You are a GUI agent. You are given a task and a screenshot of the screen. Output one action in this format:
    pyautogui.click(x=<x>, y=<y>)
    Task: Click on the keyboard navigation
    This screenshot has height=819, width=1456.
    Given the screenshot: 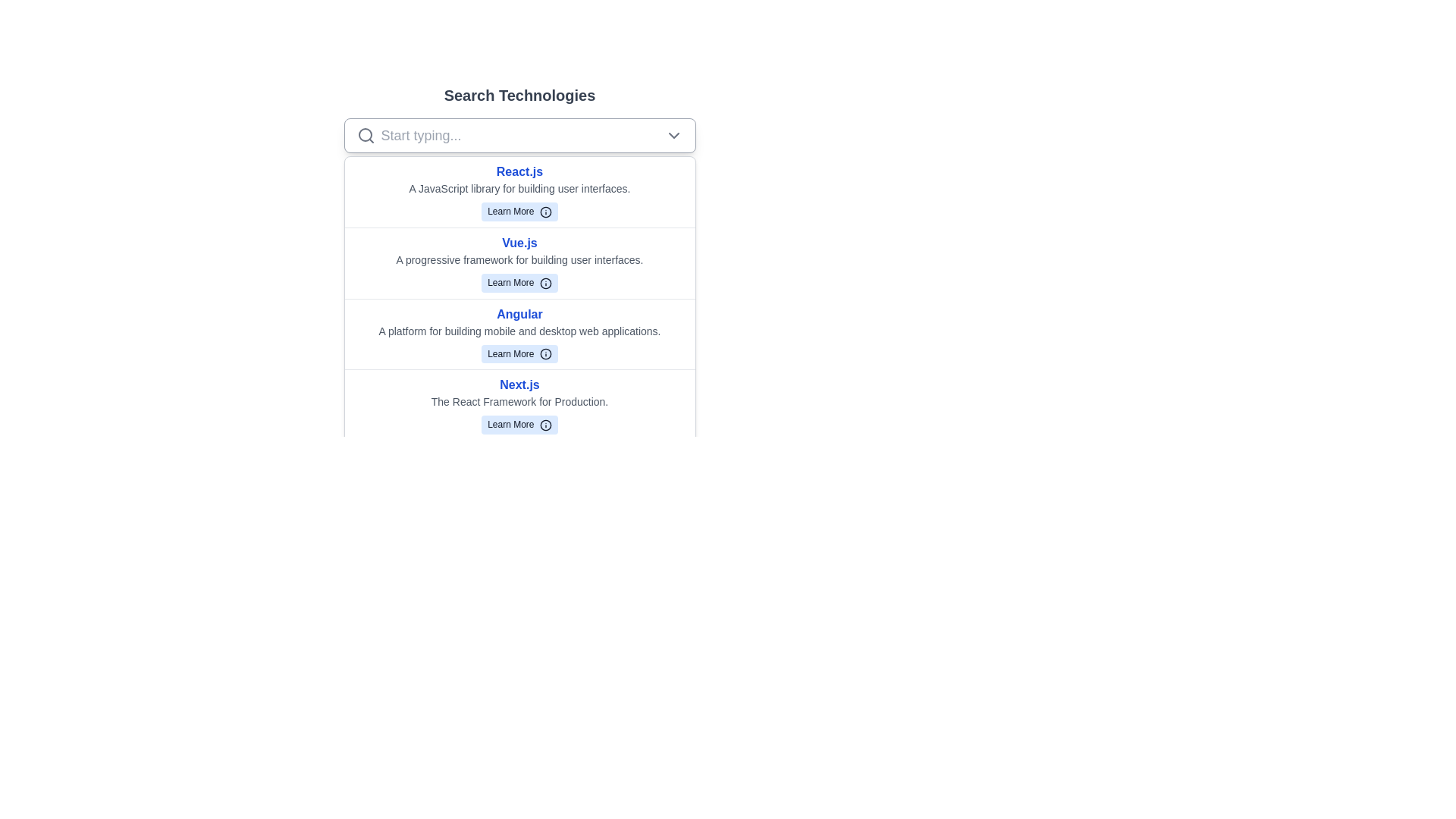 What is the action you would take?
    pyautogui.click(x=545, y=283)
    